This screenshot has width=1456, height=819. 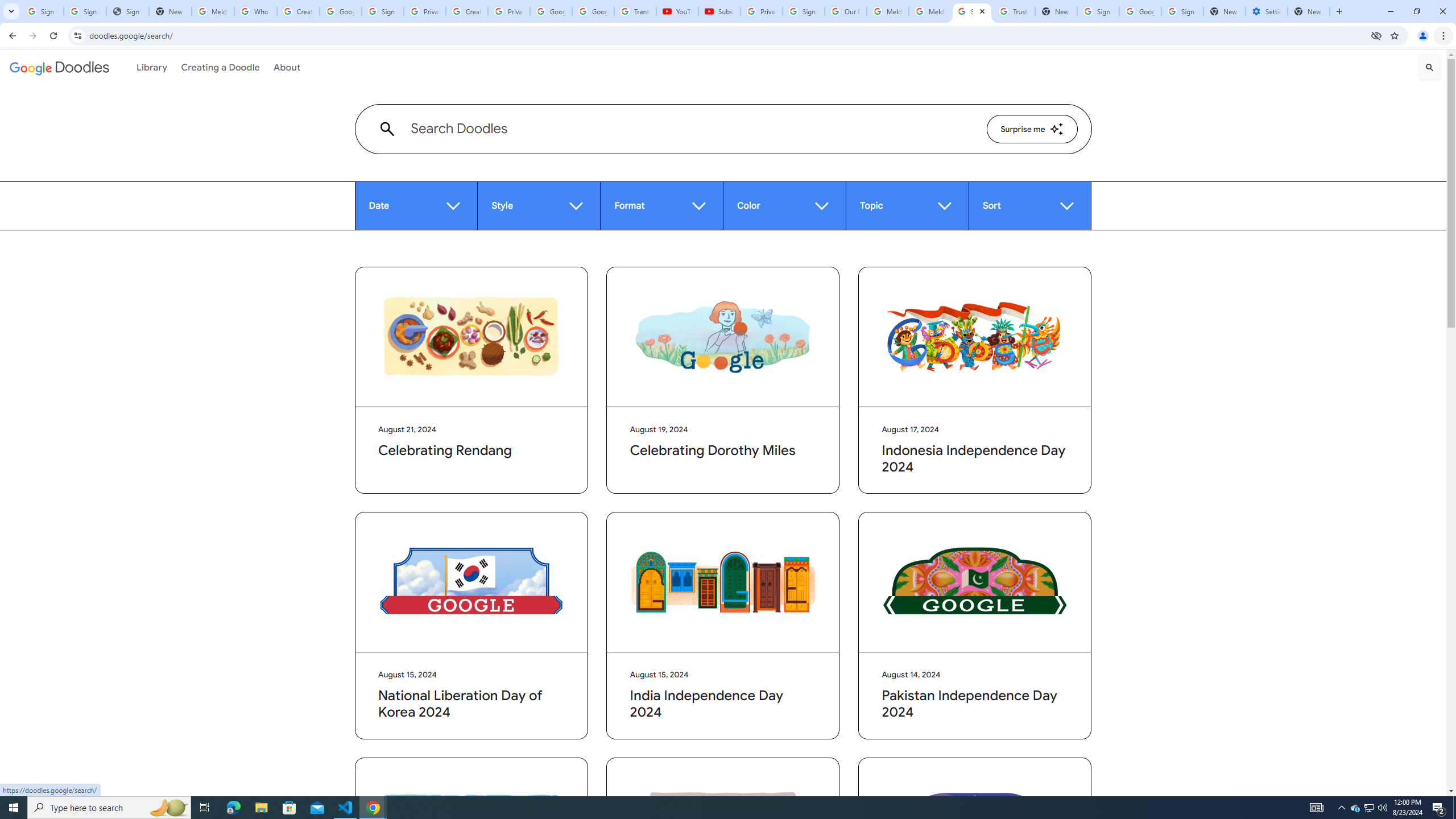 What do you see at coordinates (1029, 205) in the screenshot?
I see `'Sort'` at bounding box center [1029, 205].